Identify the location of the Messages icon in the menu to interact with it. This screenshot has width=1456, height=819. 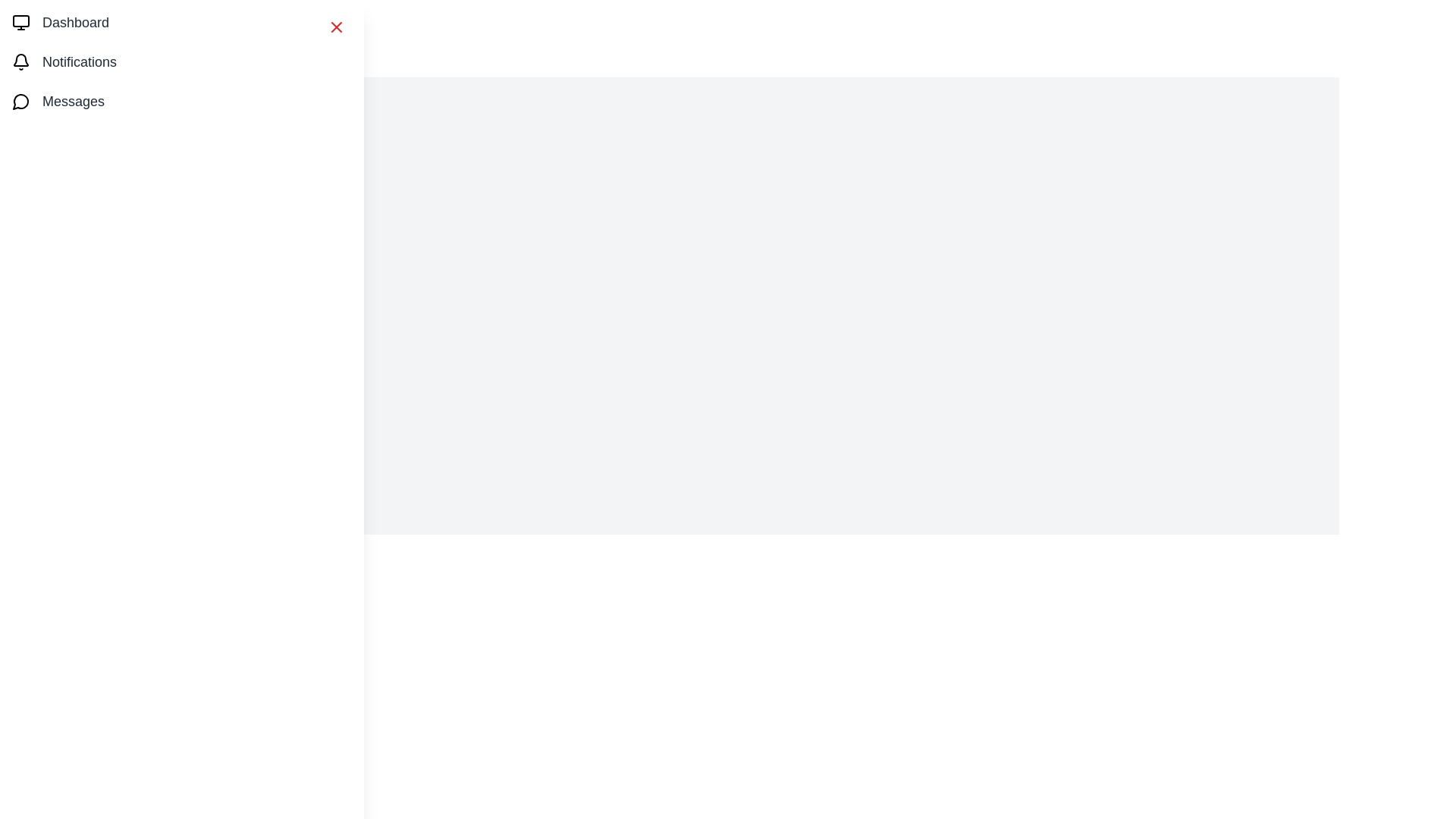
(21, 102).